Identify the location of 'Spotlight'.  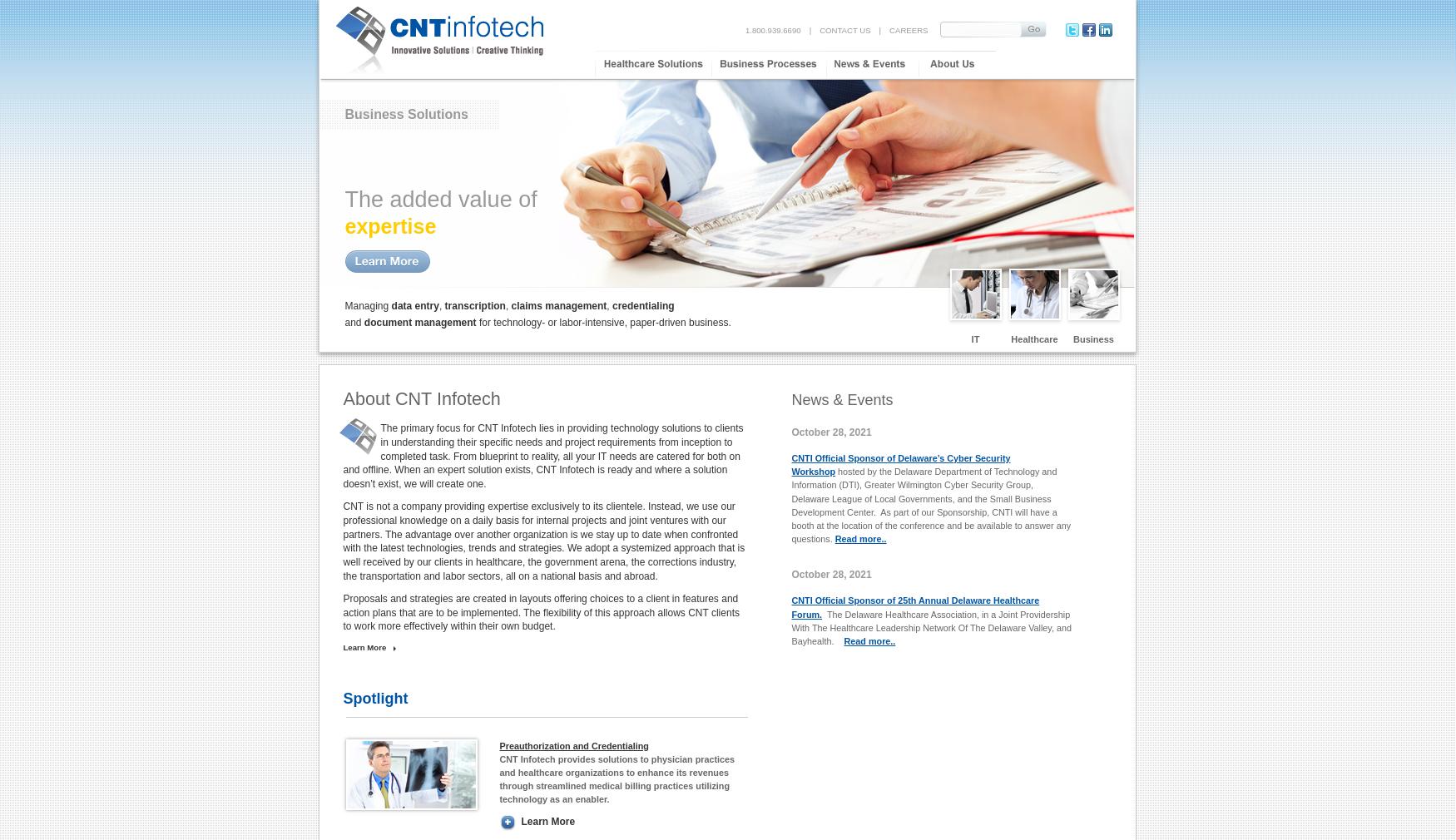
(374, 698).